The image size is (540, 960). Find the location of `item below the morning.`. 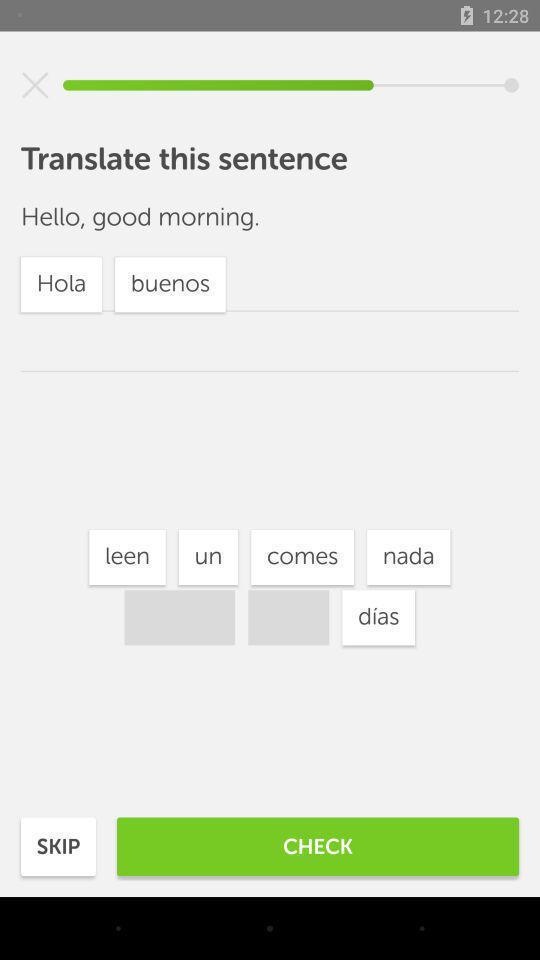

item below the morning. is located at coordinates (301, 557).